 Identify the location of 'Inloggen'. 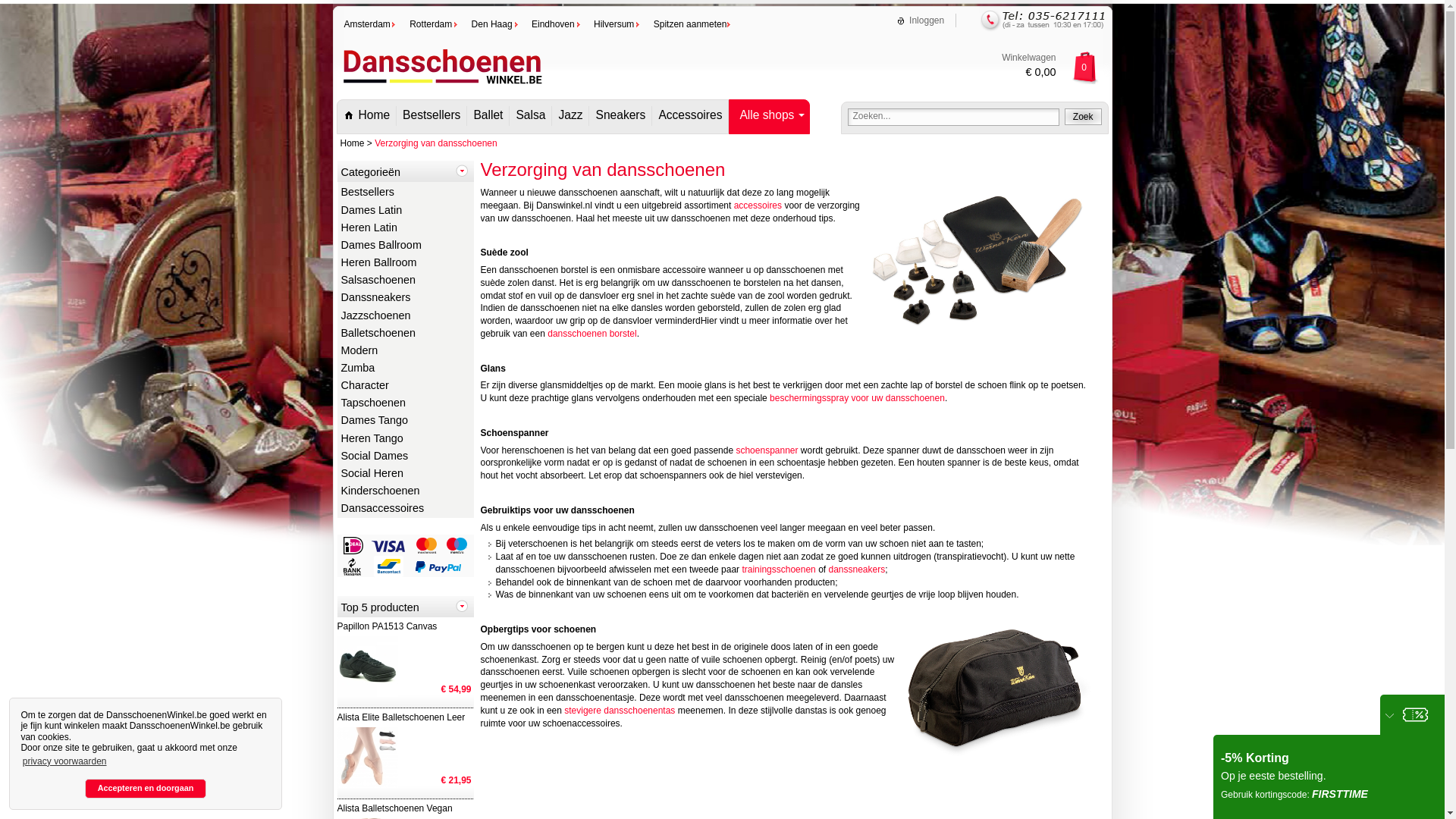
(920, 20).